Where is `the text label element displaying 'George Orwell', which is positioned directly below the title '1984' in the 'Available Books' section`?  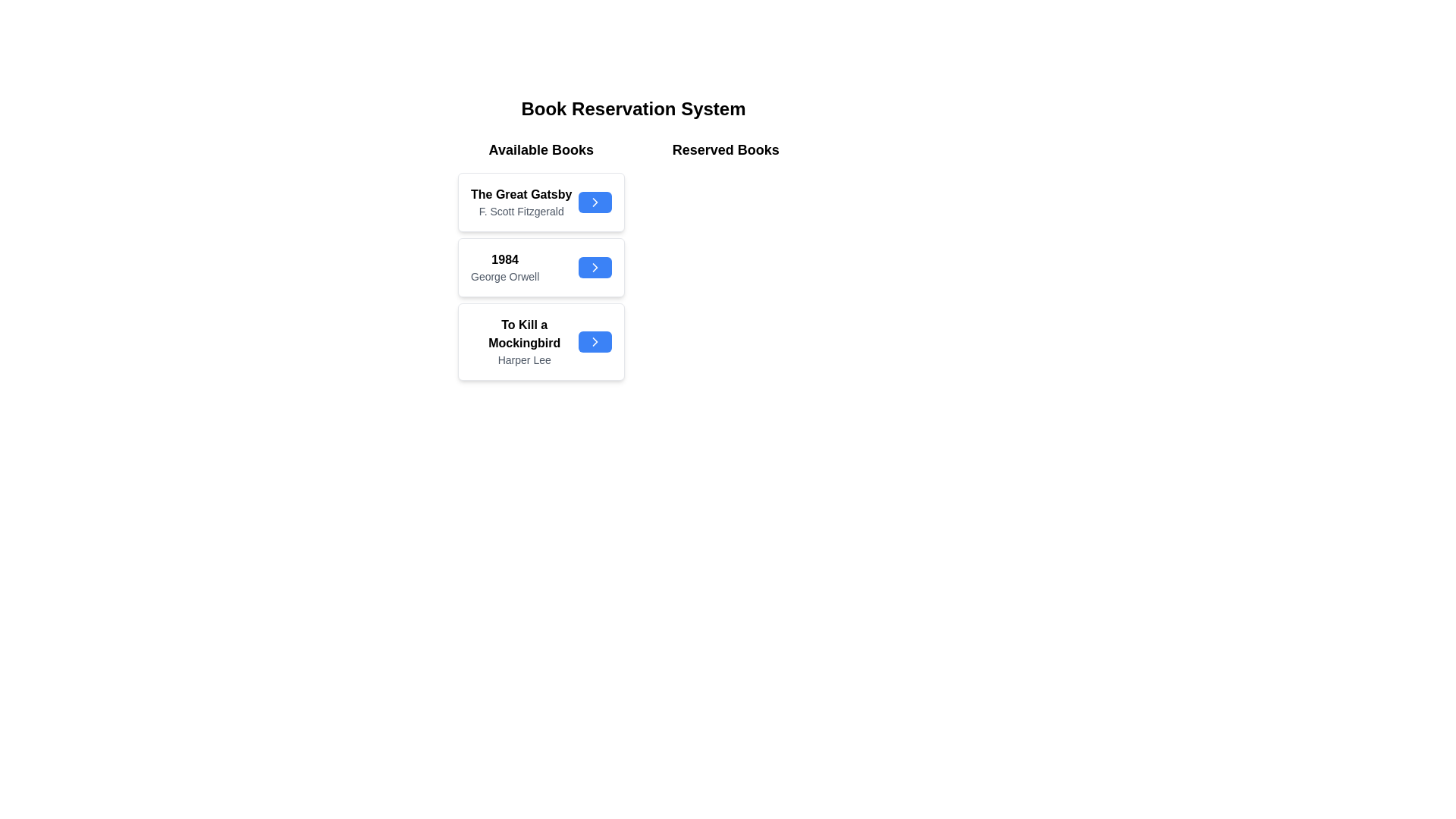 the text label element displaying 'George Orwell', which is positioned directly below the title '1984' in the 'Available Books' section is located at coordinates (505, 277).